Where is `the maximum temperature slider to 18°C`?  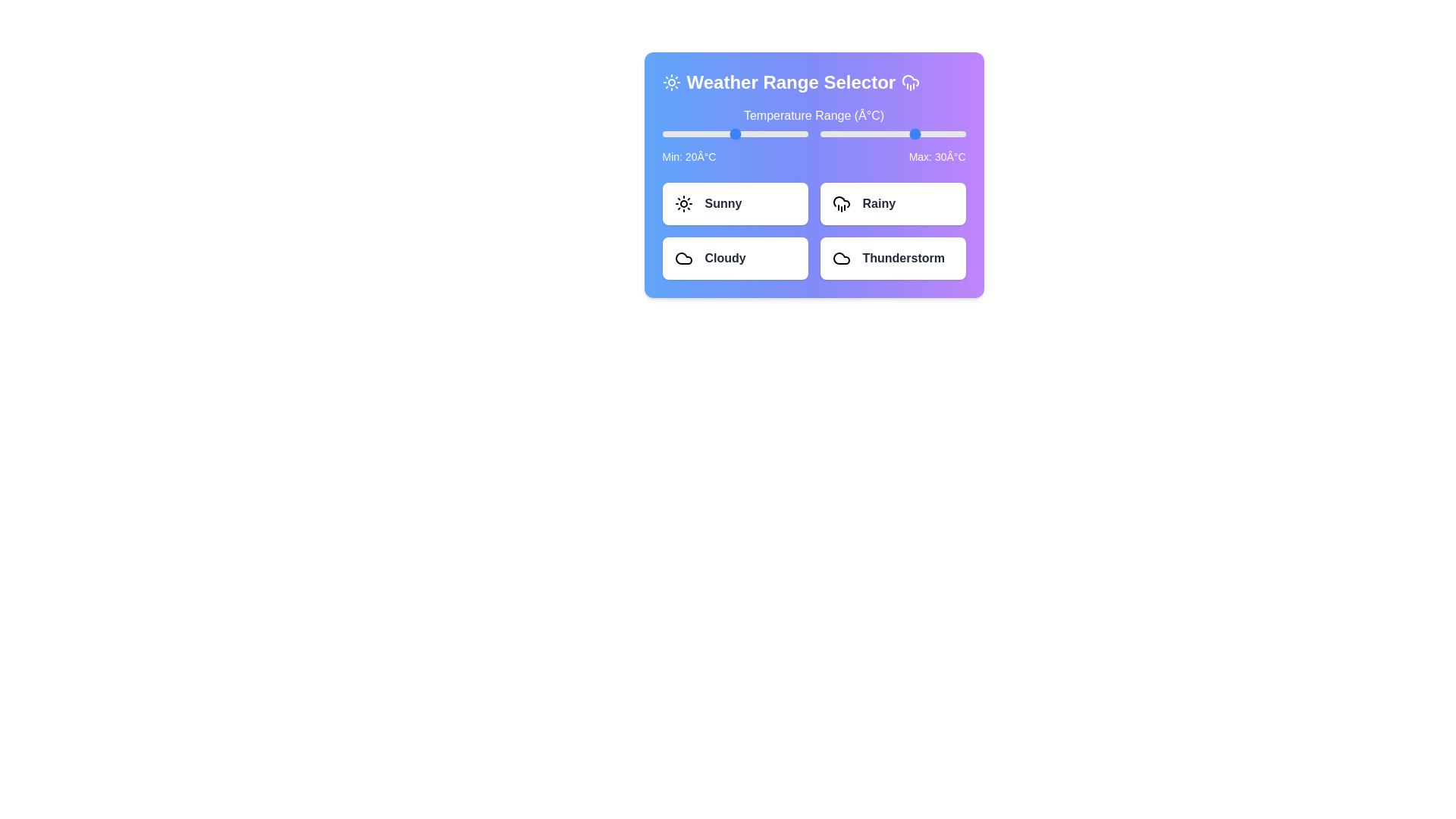
the maximum temperature slider to 18°C is located at coordinates (888, 133).